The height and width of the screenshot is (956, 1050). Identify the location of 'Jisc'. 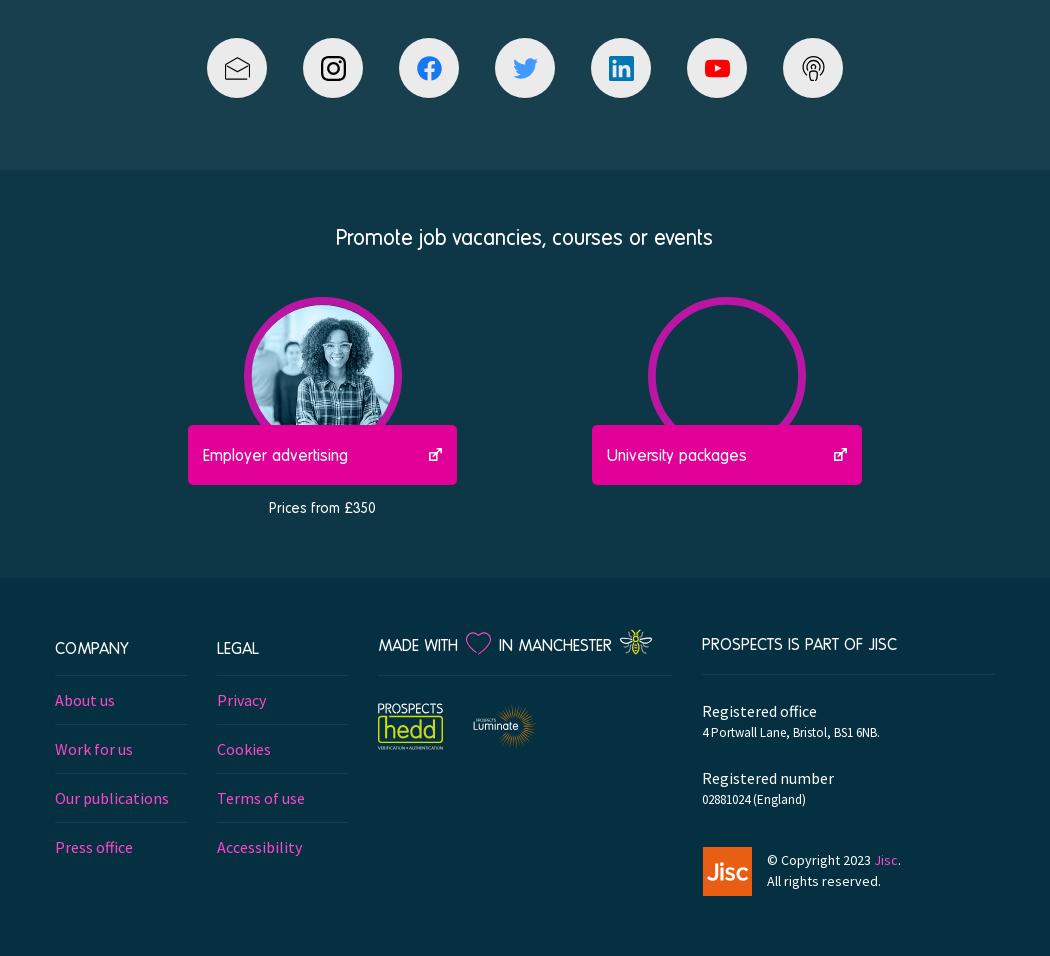
(884, 858).